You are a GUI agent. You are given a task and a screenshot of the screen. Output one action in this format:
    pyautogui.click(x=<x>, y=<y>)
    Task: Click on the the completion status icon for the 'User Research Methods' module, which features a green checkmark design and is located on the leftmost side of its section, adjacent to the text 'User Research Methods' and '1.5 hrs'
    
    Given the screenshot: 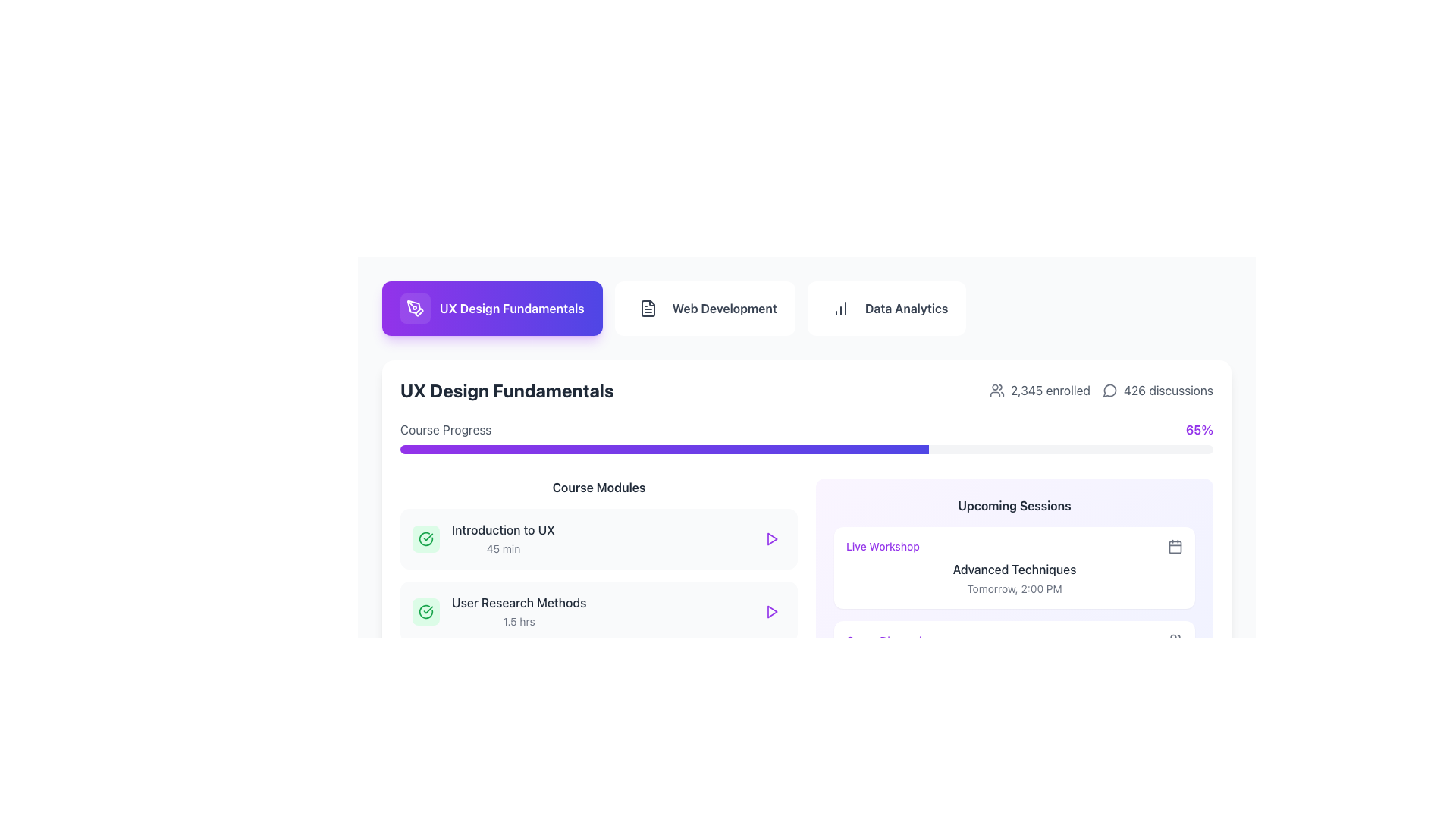 What is the action you would take?
    pyautogui.click(x=425, y=610)
    